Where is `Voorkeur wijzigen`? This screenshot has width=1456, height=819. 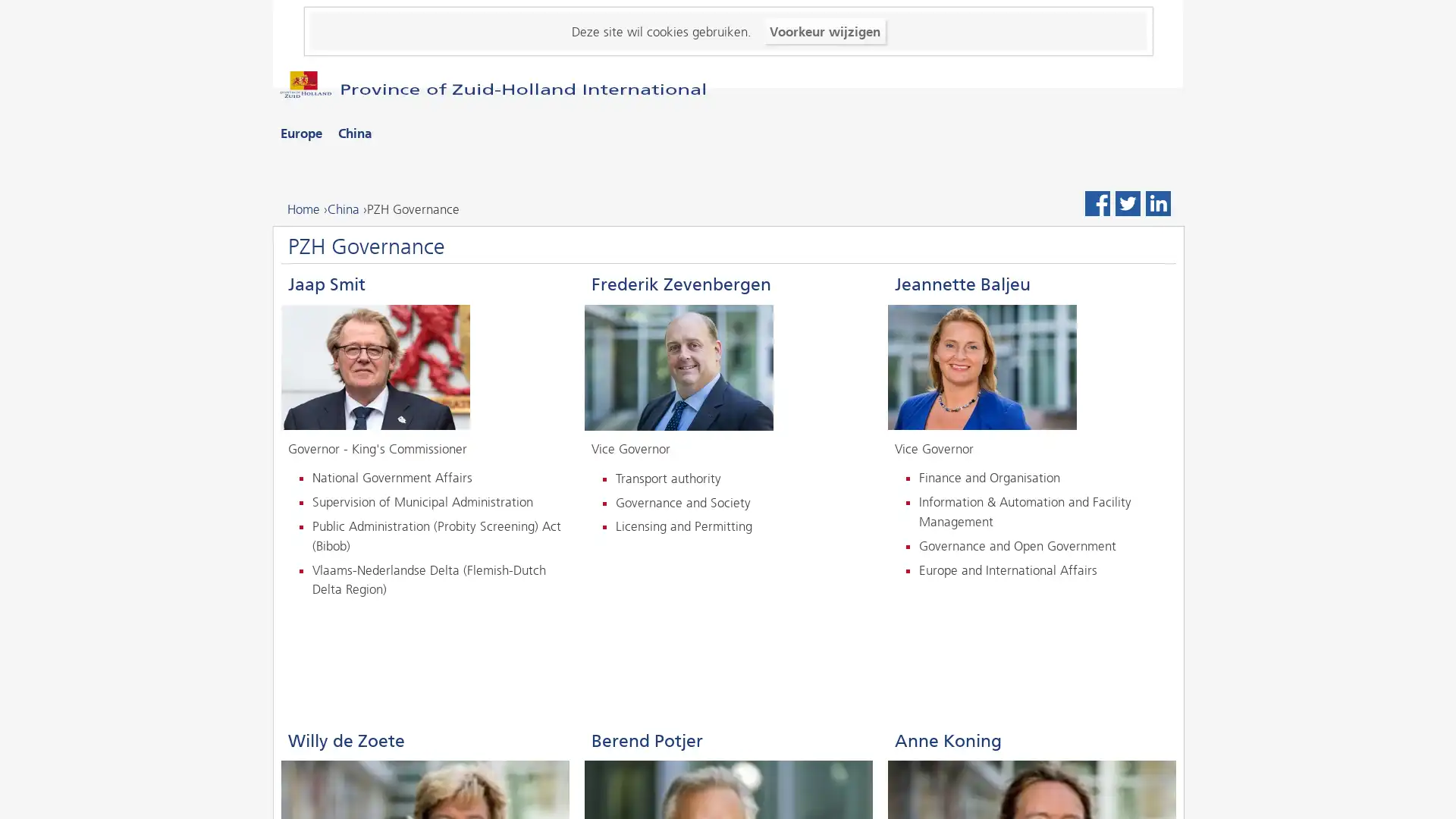 Voorkeur wijzigen is located at coordinates (823, 30).